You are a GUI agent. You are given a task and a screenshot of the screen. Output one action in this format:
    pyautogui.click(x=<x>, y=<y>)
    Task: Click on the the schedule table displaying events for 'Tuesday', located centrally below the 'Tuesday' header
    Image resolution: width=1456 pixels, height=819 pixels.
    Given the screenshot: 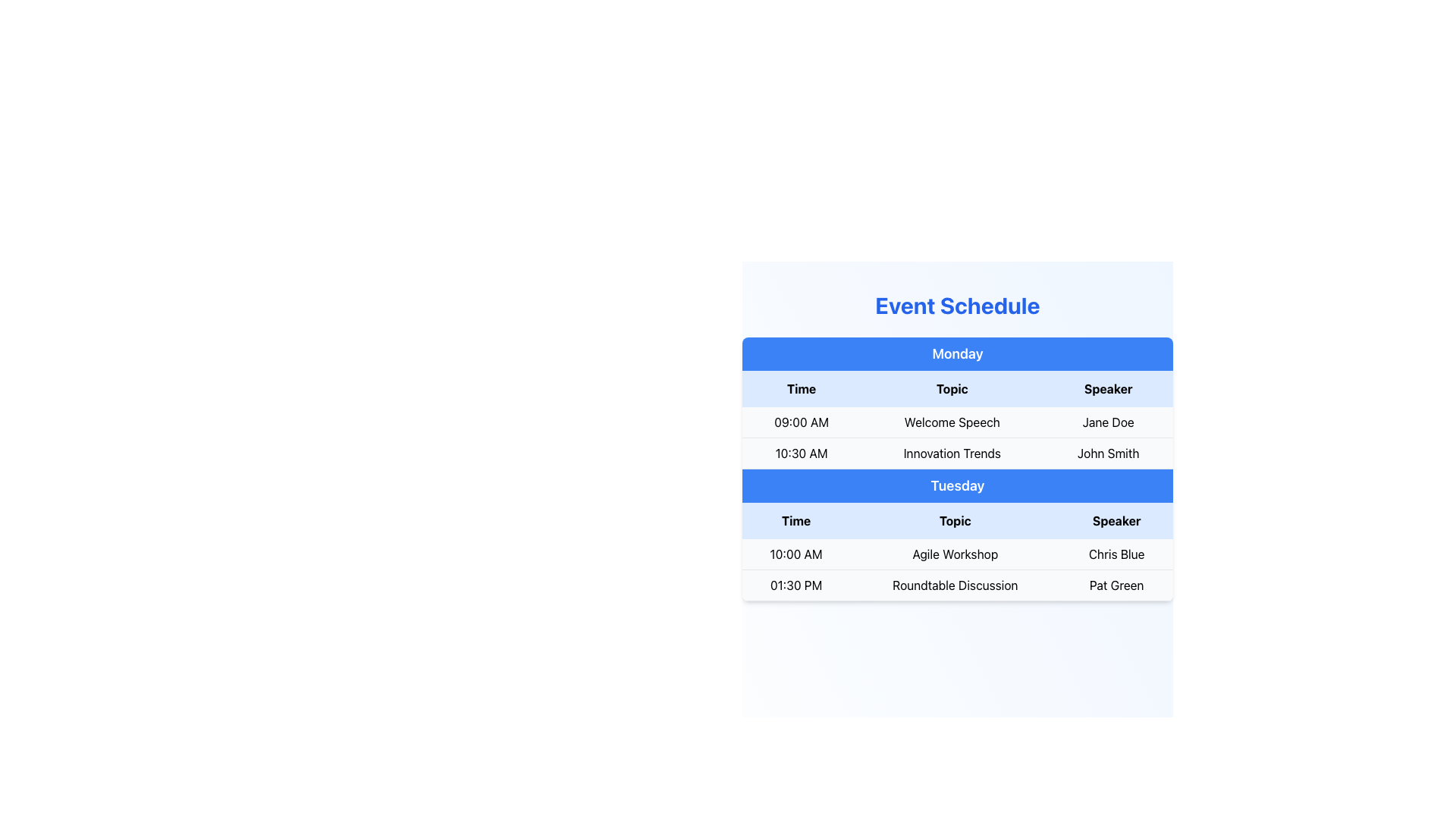 What is the action you would take?
    pyautogui.click(x=956, y=552)
    